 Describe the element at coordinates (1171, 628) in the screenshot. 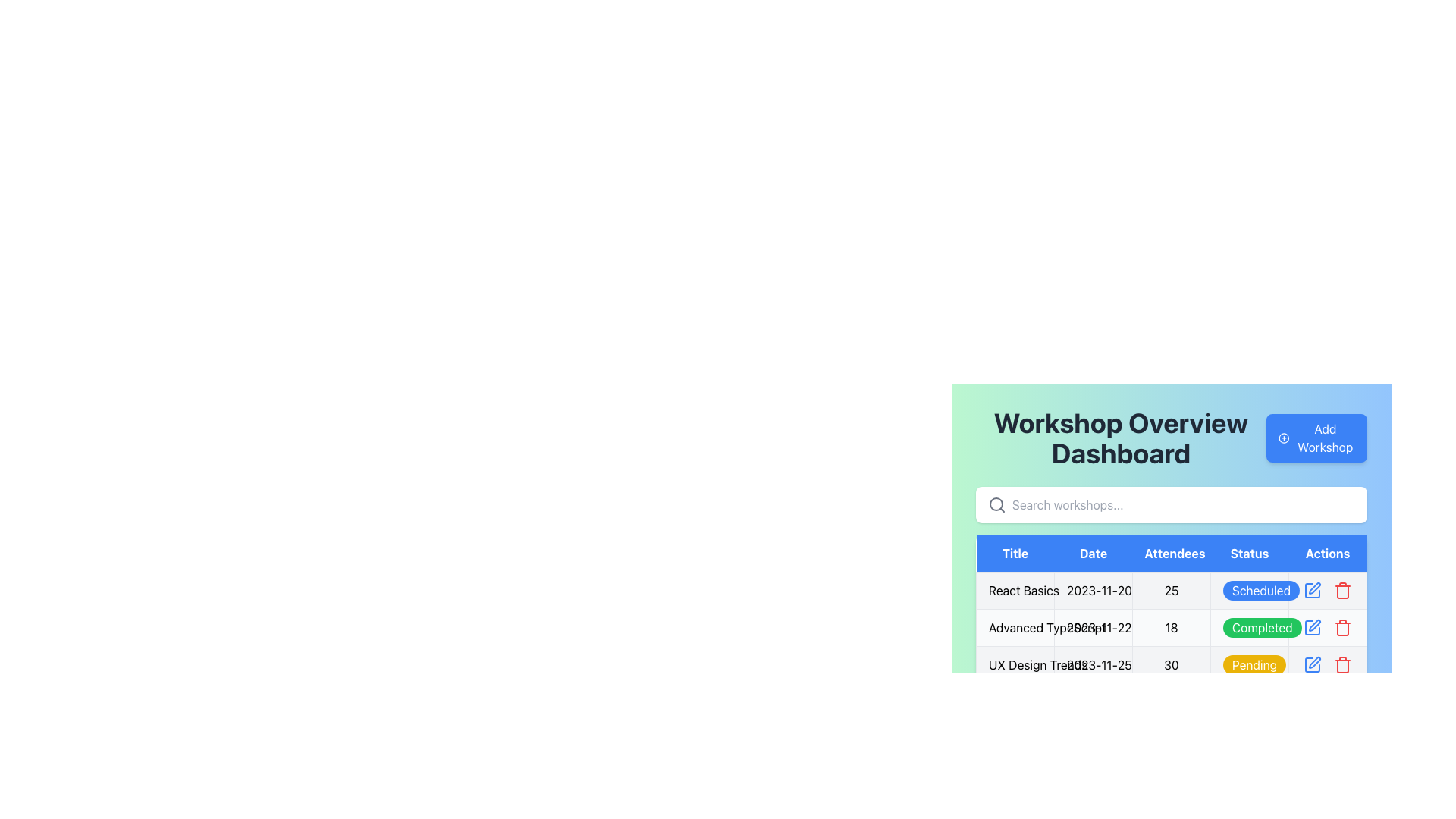

I see `numeric data in the table cell under the 'Attendees' column for the workshop 'Advanced TypeScript', which contains the number '18'` at that location.